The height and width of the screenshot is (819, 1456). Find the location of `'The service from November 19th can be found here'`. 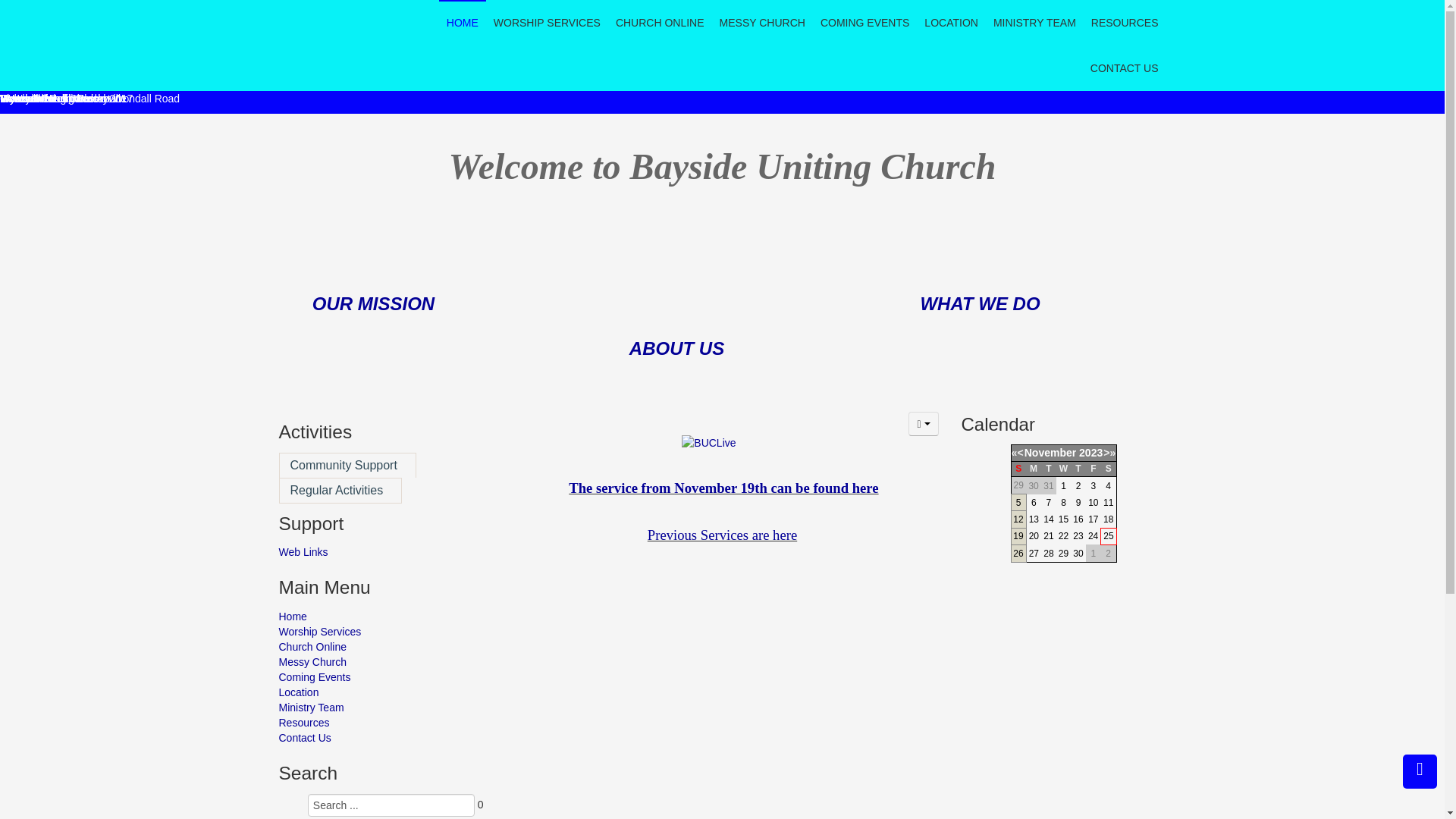

'The service from November 19th can be found here' is located at coordinates (567, 488).